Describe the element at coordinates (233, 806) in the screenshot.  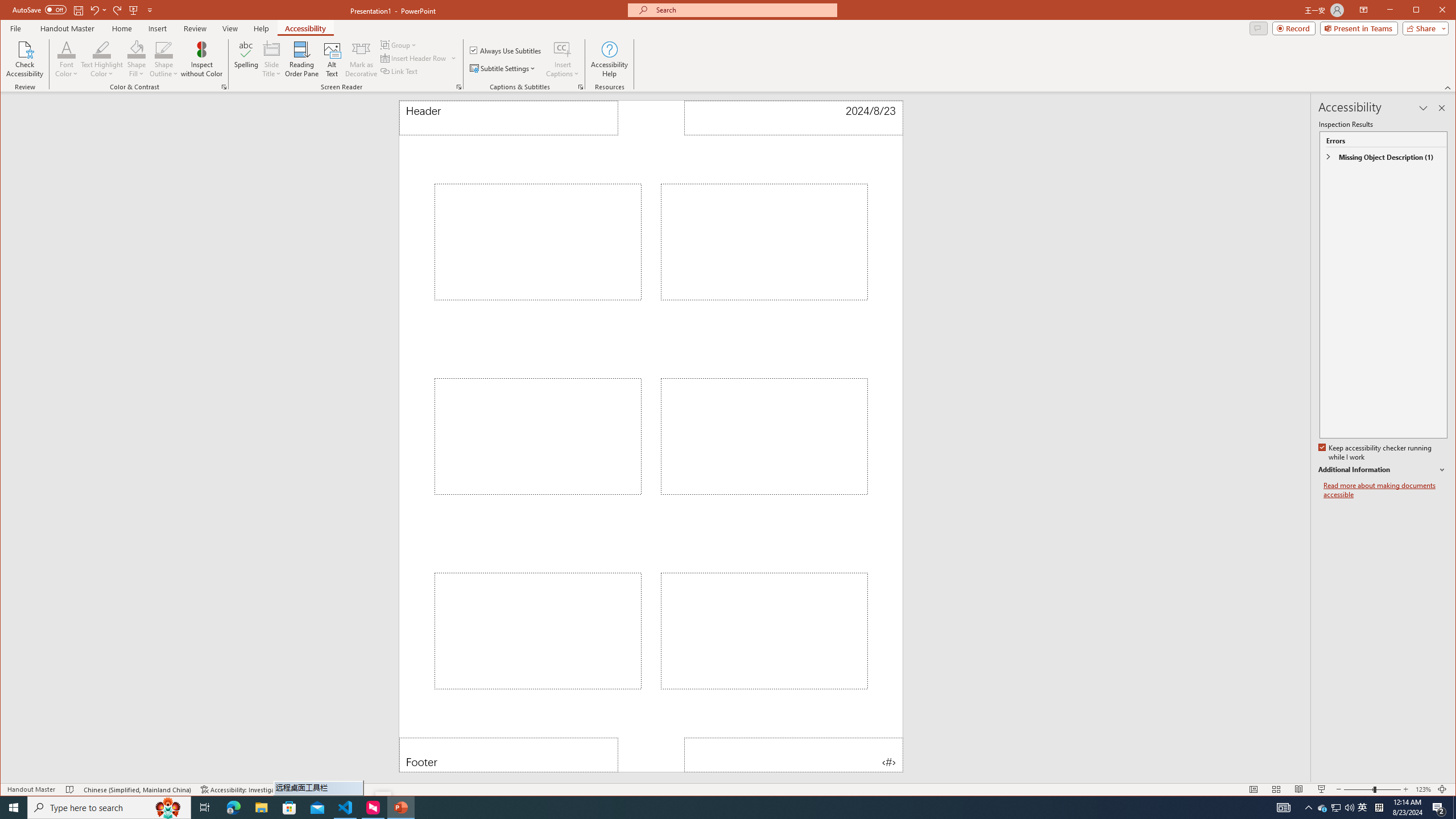
I see `'Microsoft Edge'` at that location.